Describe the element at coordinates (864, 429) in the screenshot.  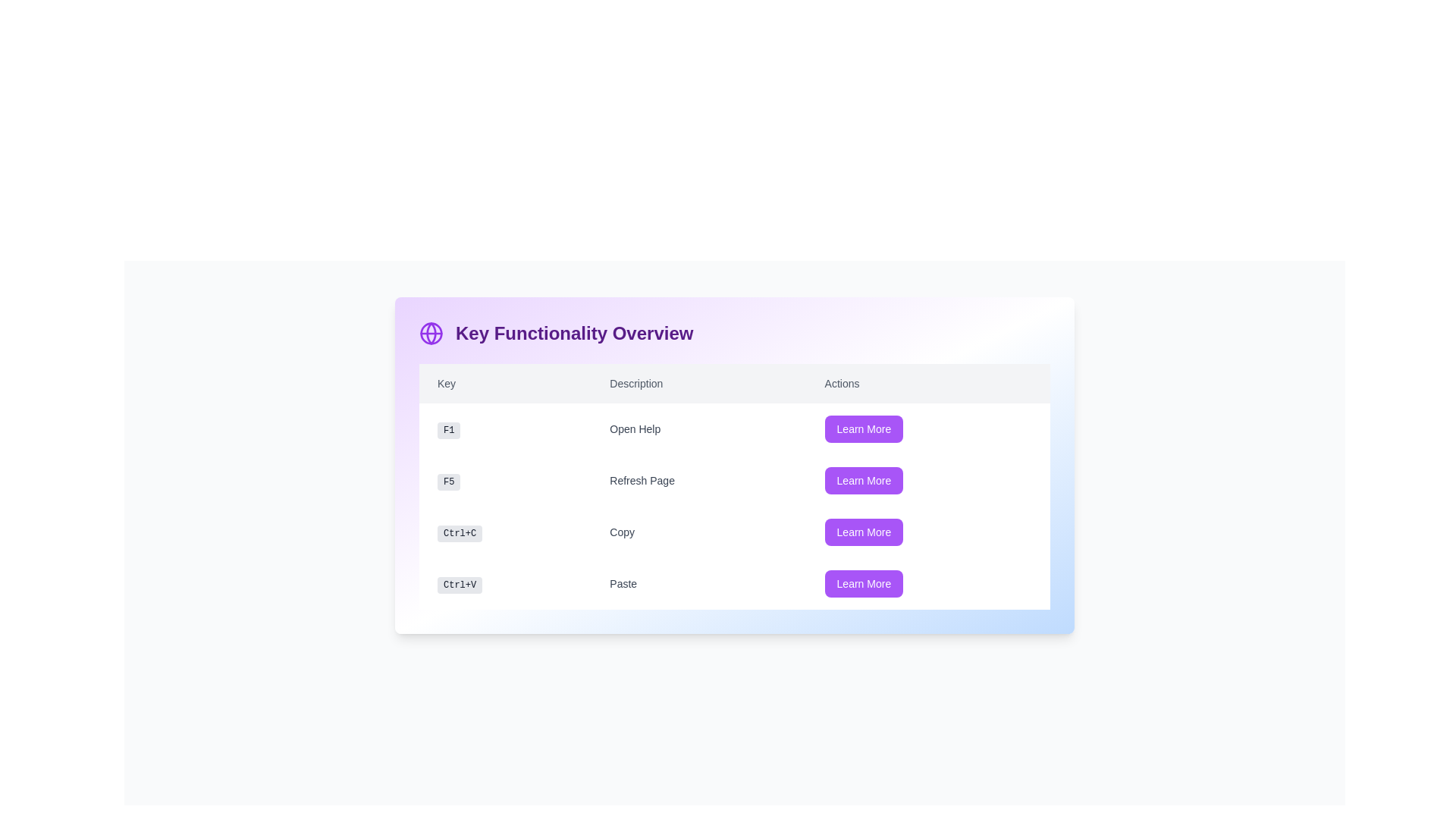
I see `the 'Learn More' button located in the rightmost column under the 'Actions' header, aligned with the row labeled 'Open Help'` at that location.